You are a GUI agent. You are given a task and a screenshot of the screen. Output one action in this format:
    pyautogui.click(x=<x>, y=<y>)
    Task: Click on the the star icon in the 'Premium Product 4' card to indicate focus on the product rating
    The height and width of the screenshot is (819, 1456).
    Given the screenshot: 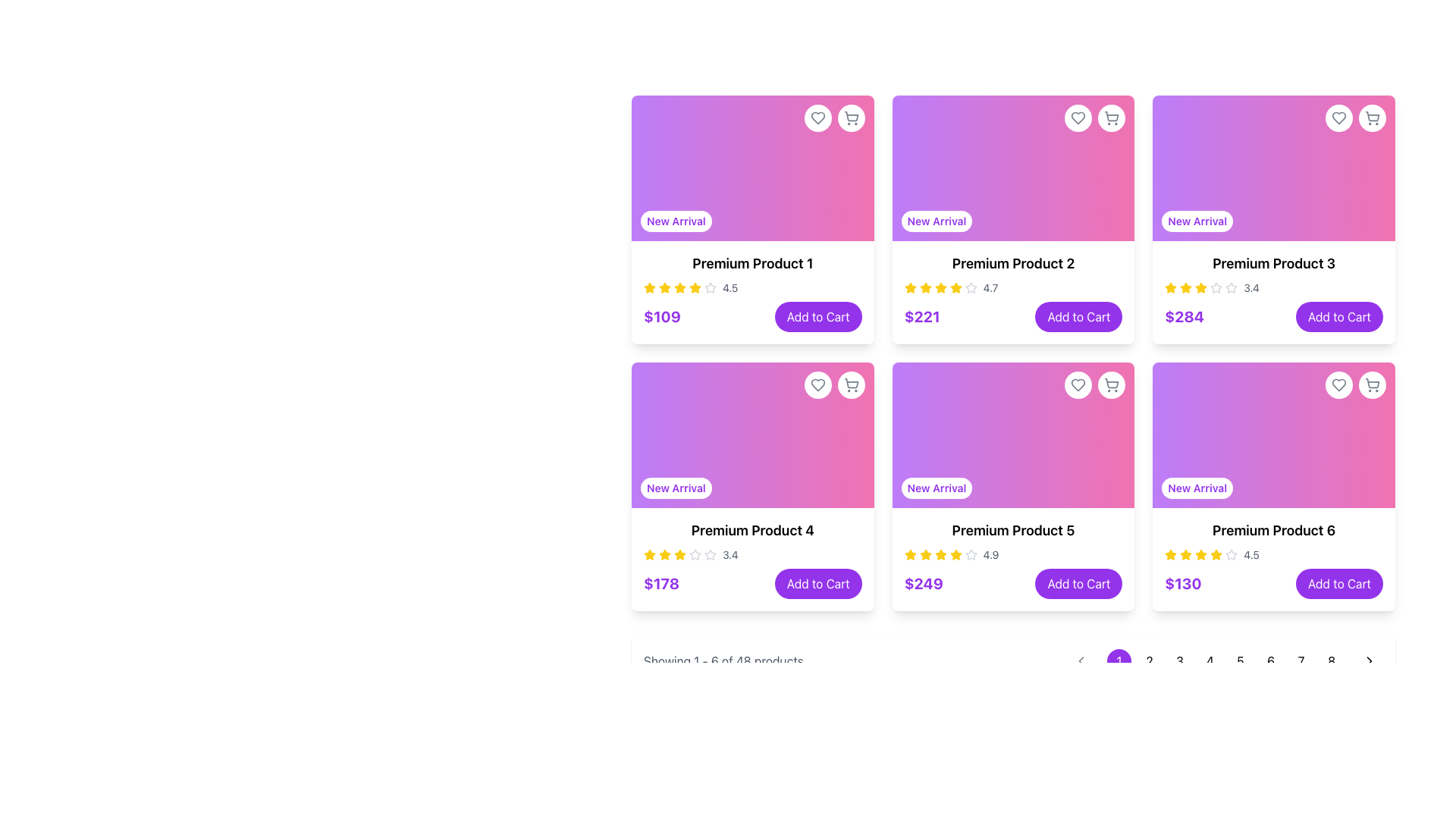 What is the action you would take?
    pyautogui.click(x=650, y=554)
    